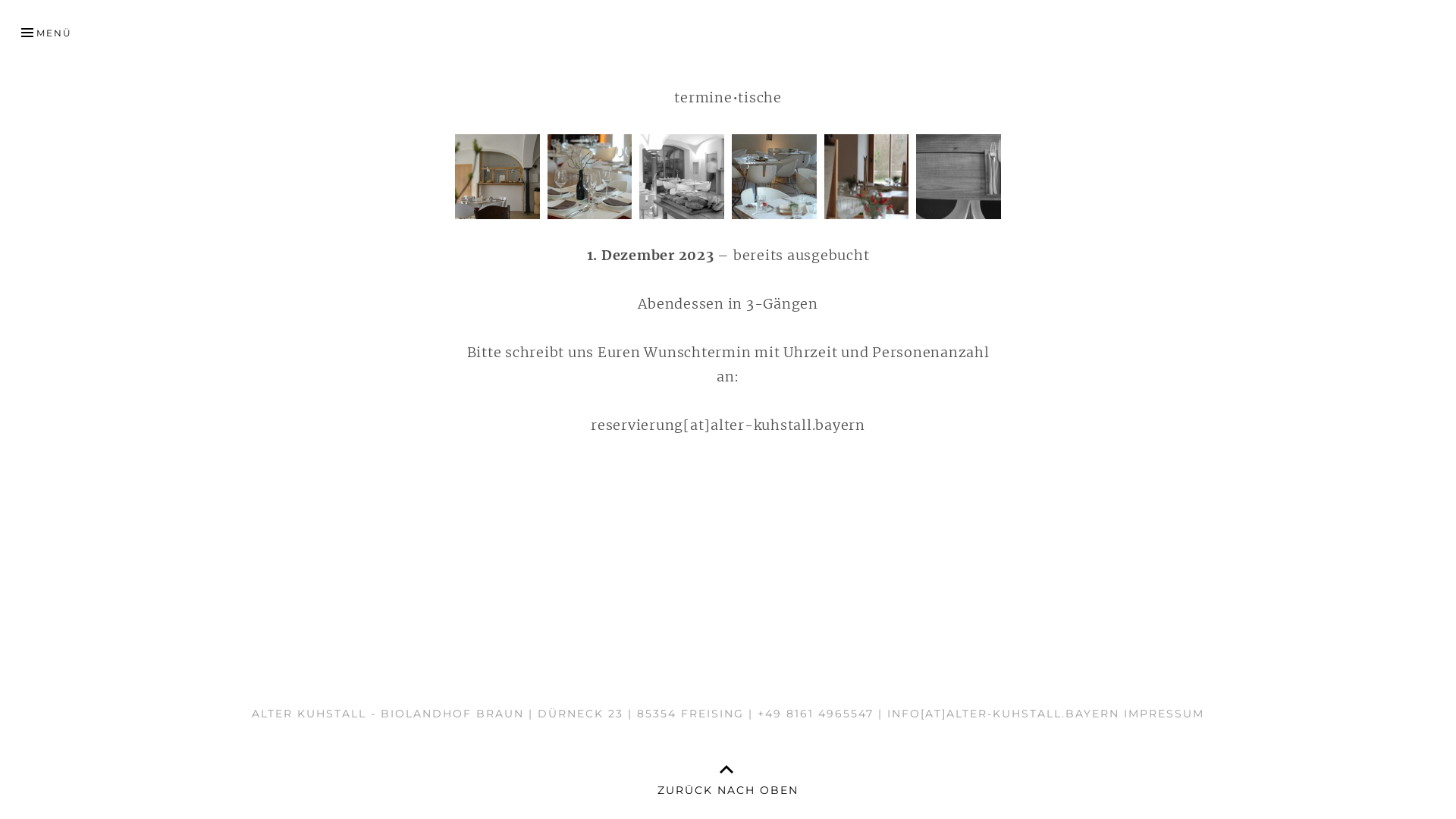  What do you see at coordinates (957, 175) in the screenshot?
I see `'Raum 6'` at bounding box center [957, 175].